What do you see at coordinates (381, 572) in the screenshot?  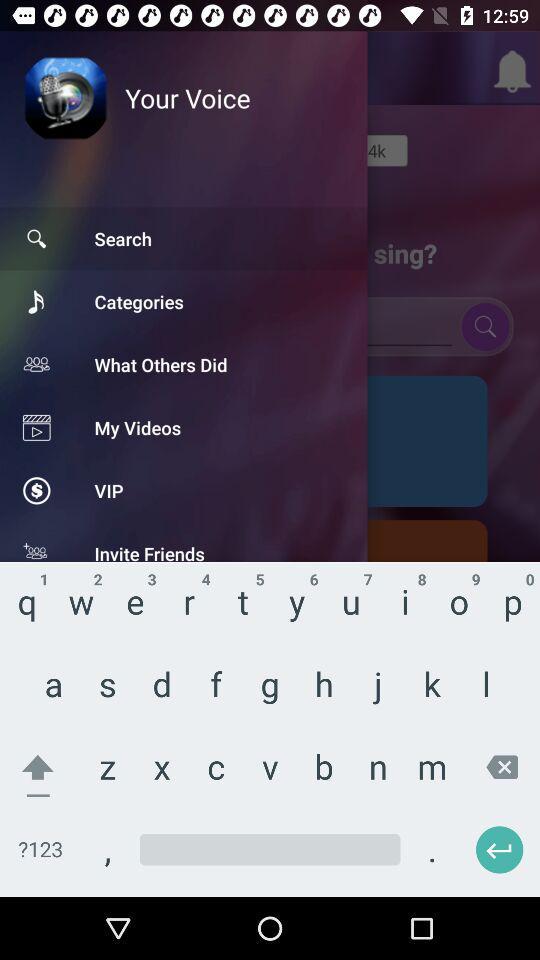 I see `the alphabets from y to o in the first row of the keyboard` at bounding box center [381, 572].